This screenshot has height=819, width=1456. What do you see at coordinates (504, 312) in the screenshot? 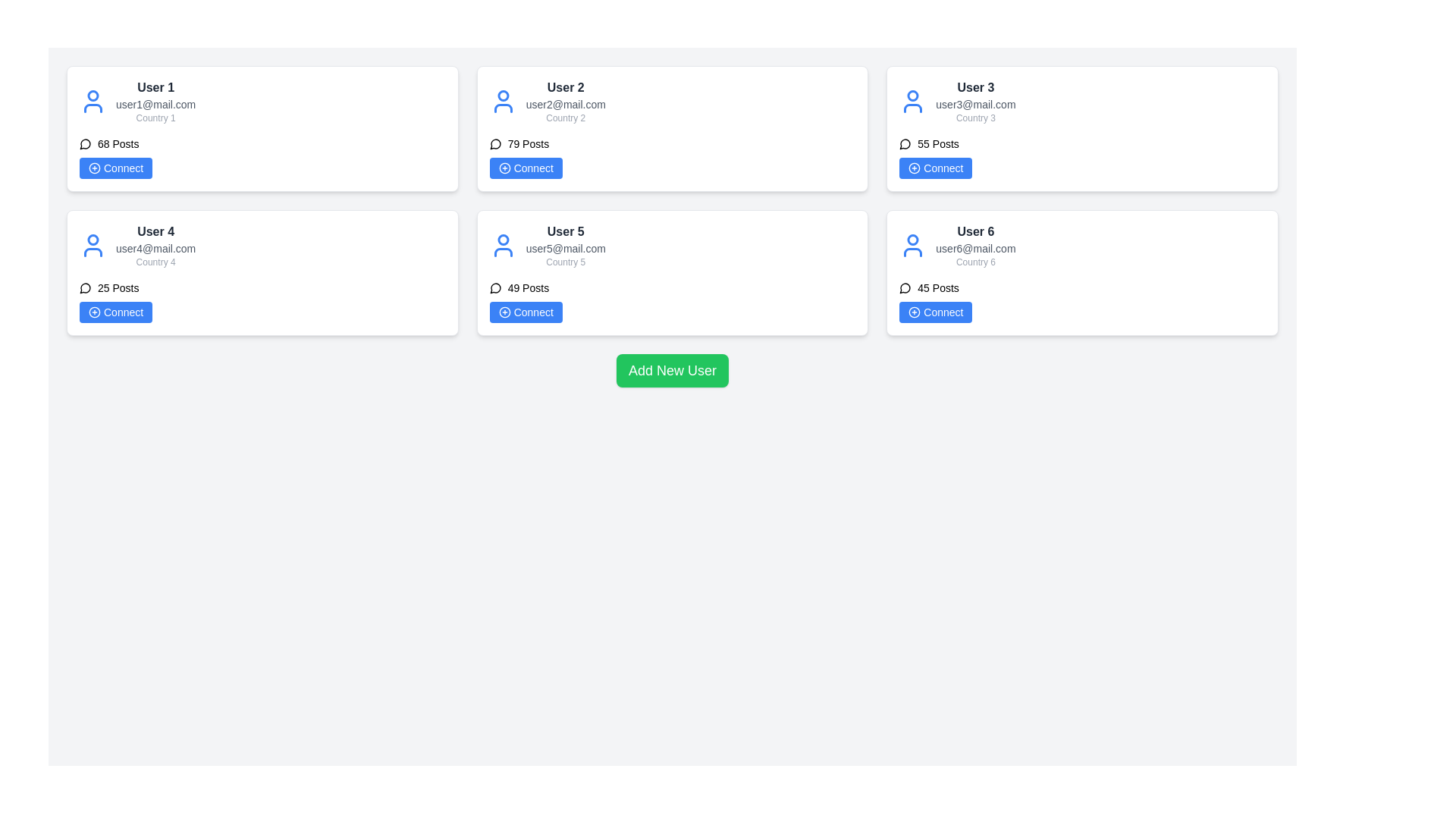
I see `the 'Connect' button icon for 'User 5' located in the second row, center column of the user panel` at bounding box center [504, 312].